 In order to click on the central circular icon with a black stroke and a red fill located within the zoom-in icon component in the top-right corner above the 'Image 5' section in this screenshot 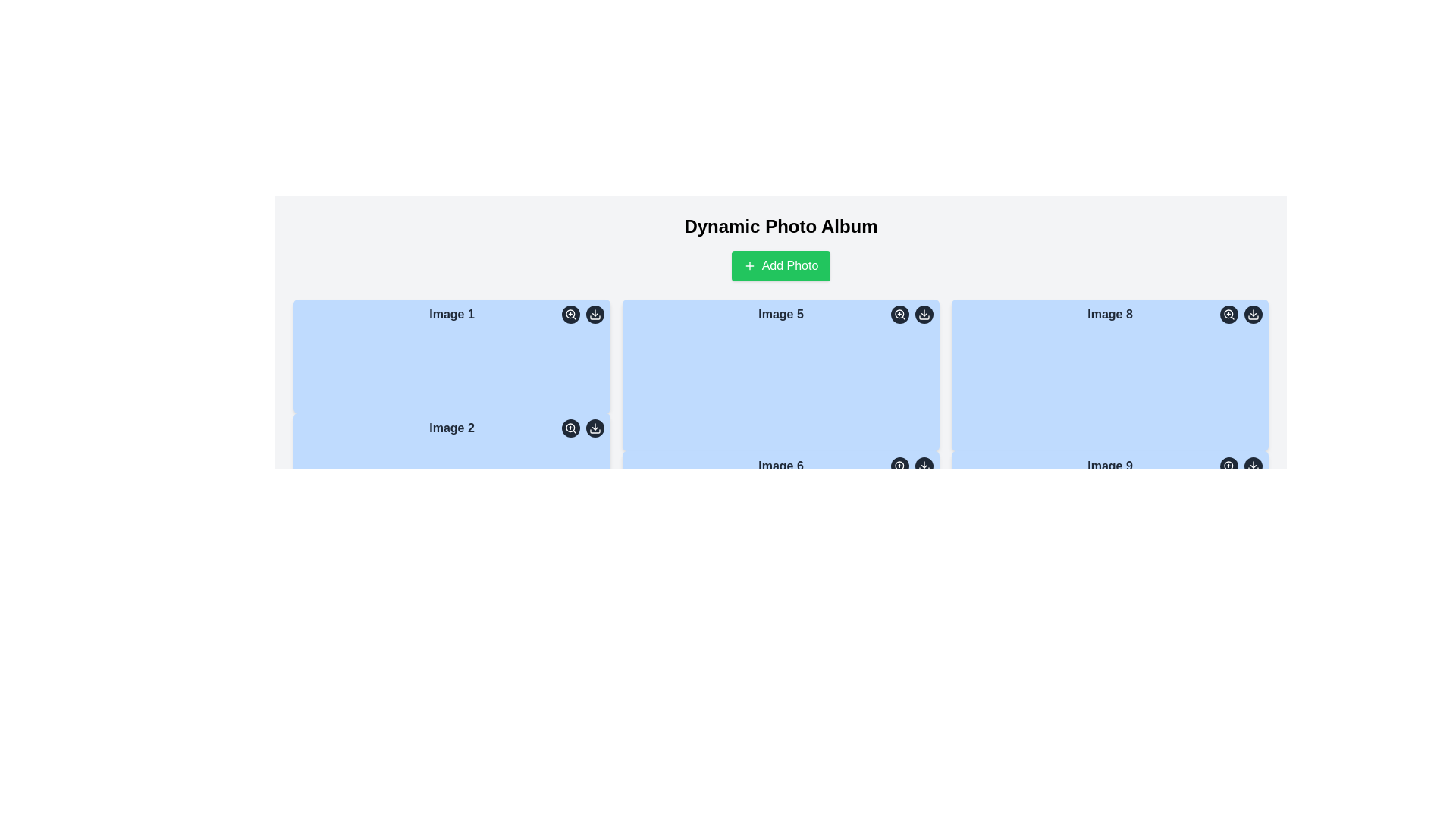, I will do `click(899, 313)`.